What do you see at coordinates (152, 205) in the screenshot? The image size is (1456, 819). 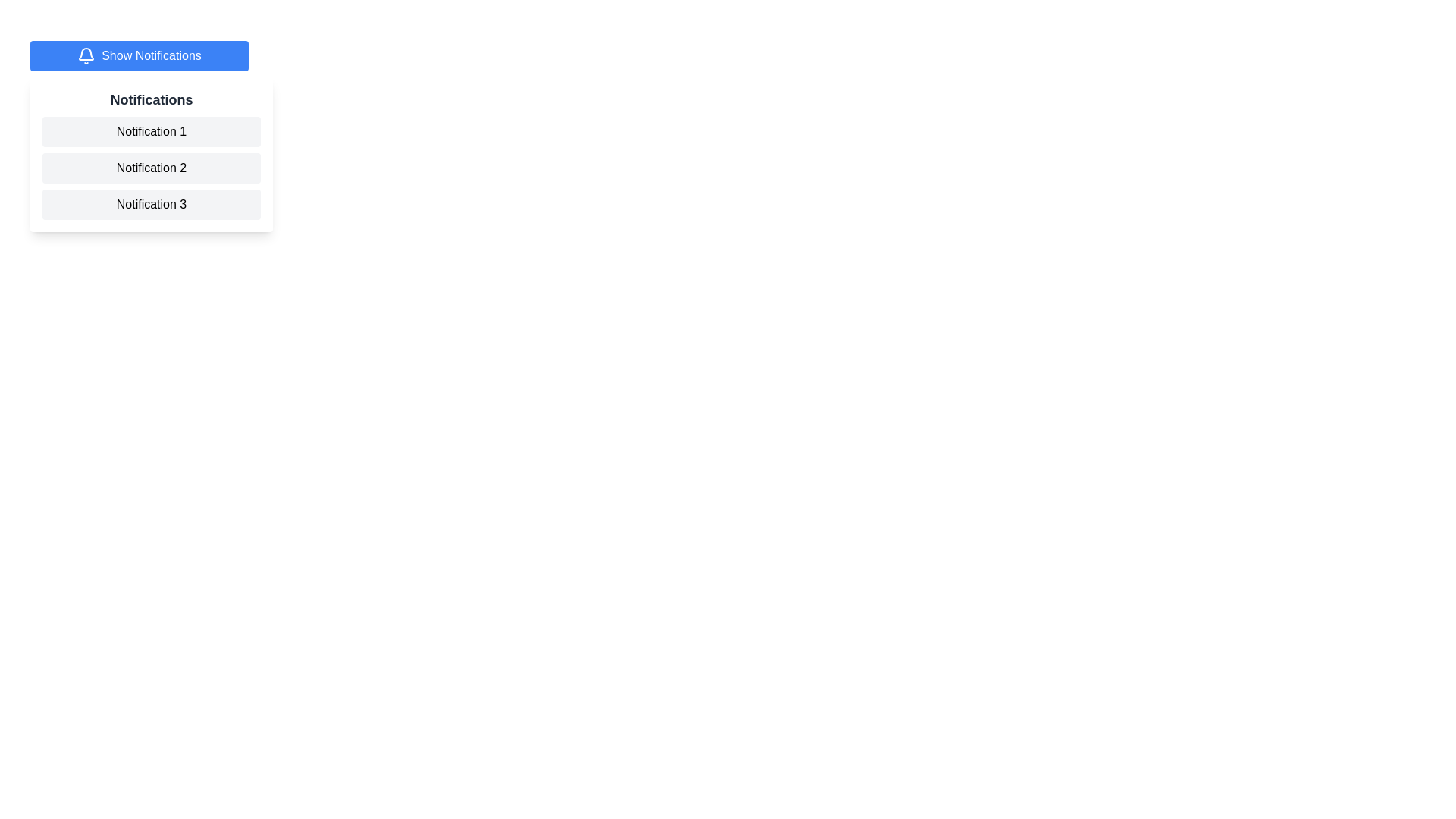 I see `the non-interactive visual display of 'Notification 3' located in the notifications list` at bounding box center [152, 205].